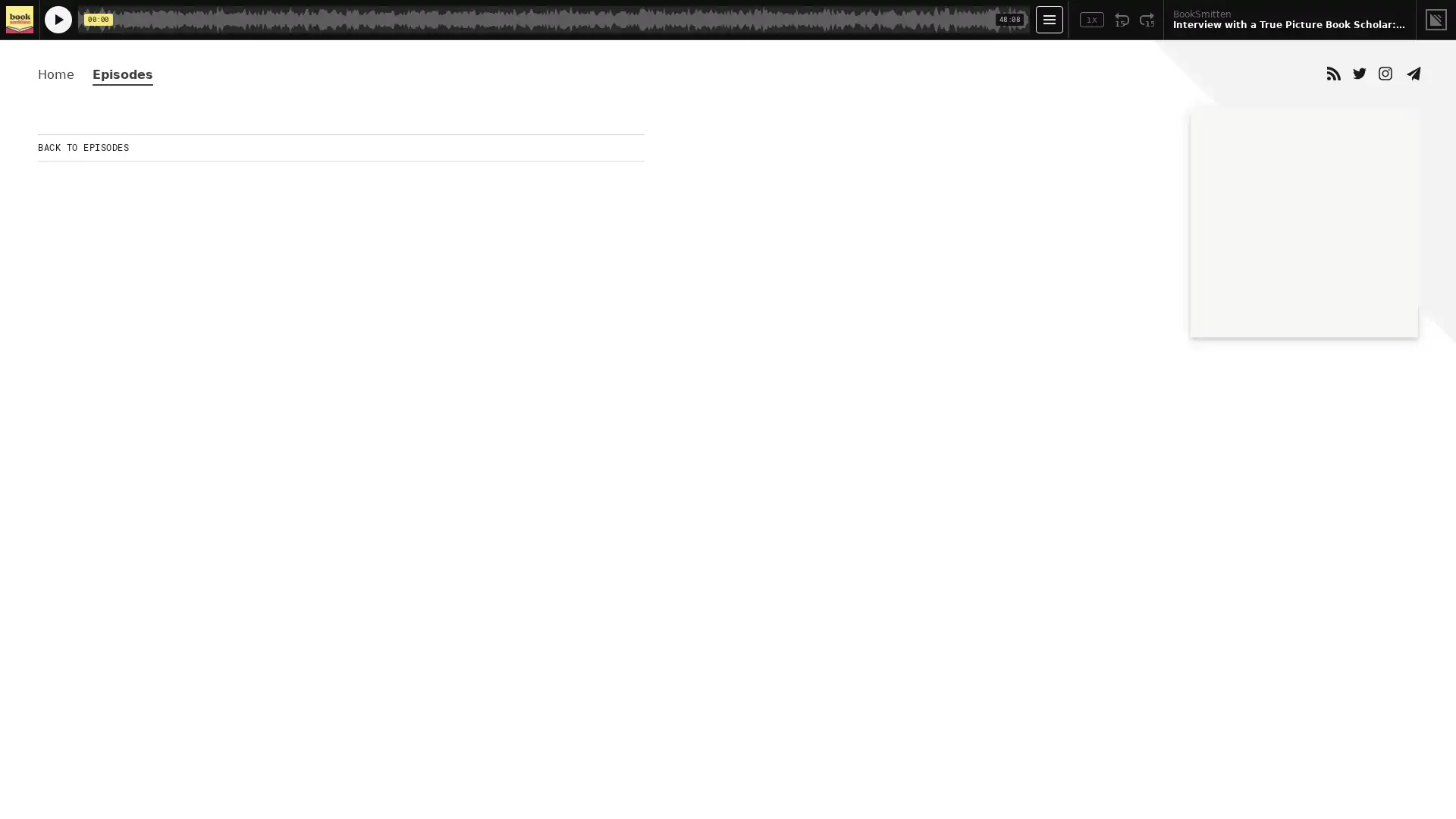 The width and height of the screenshot is (1456, 819). What do you see at coordinates (193, 203) in the screenshot?
I see `Play` at bounding box center [193, 203].